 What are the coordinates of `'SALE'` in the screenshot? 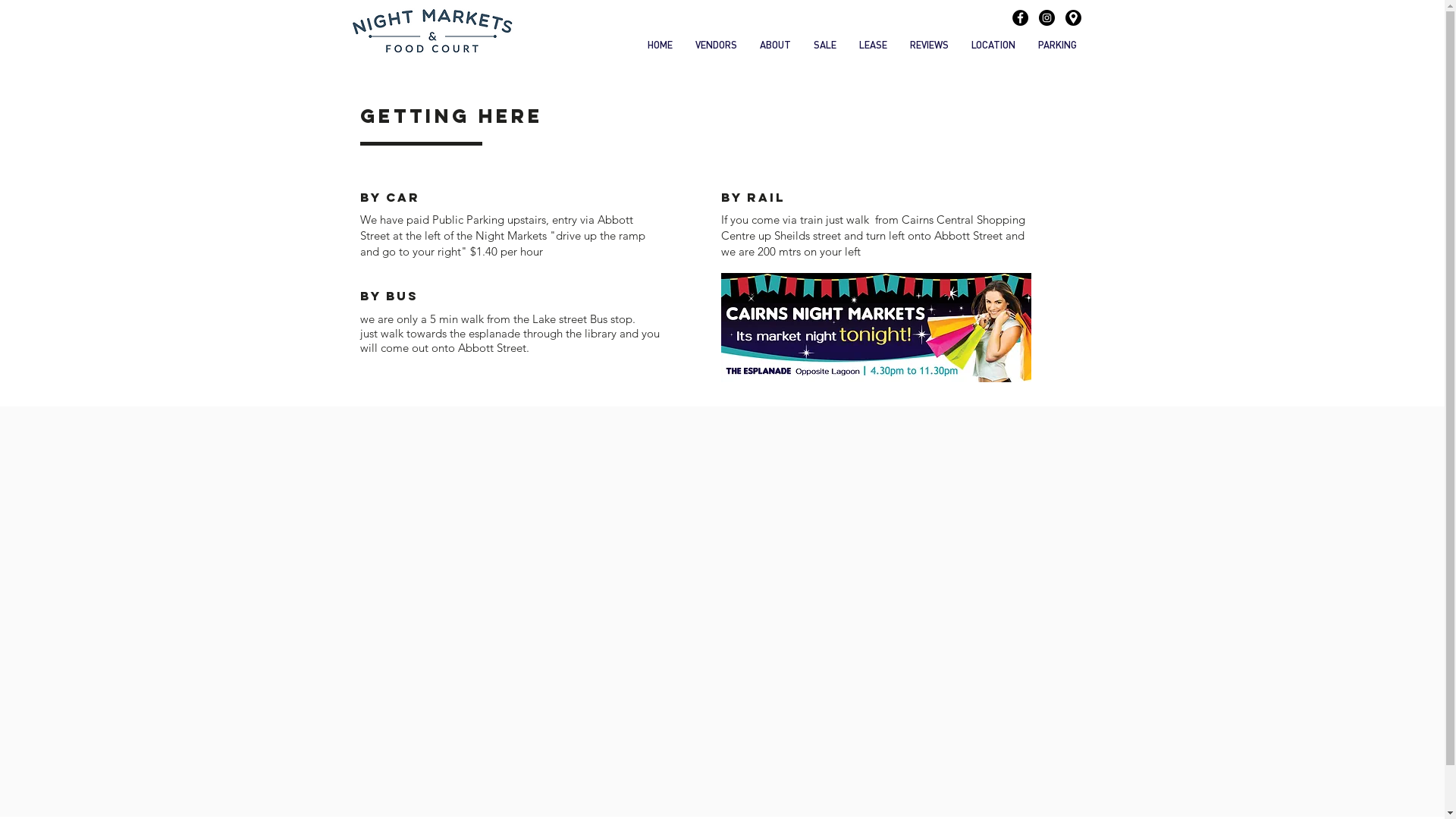 It's located at (801, 43).